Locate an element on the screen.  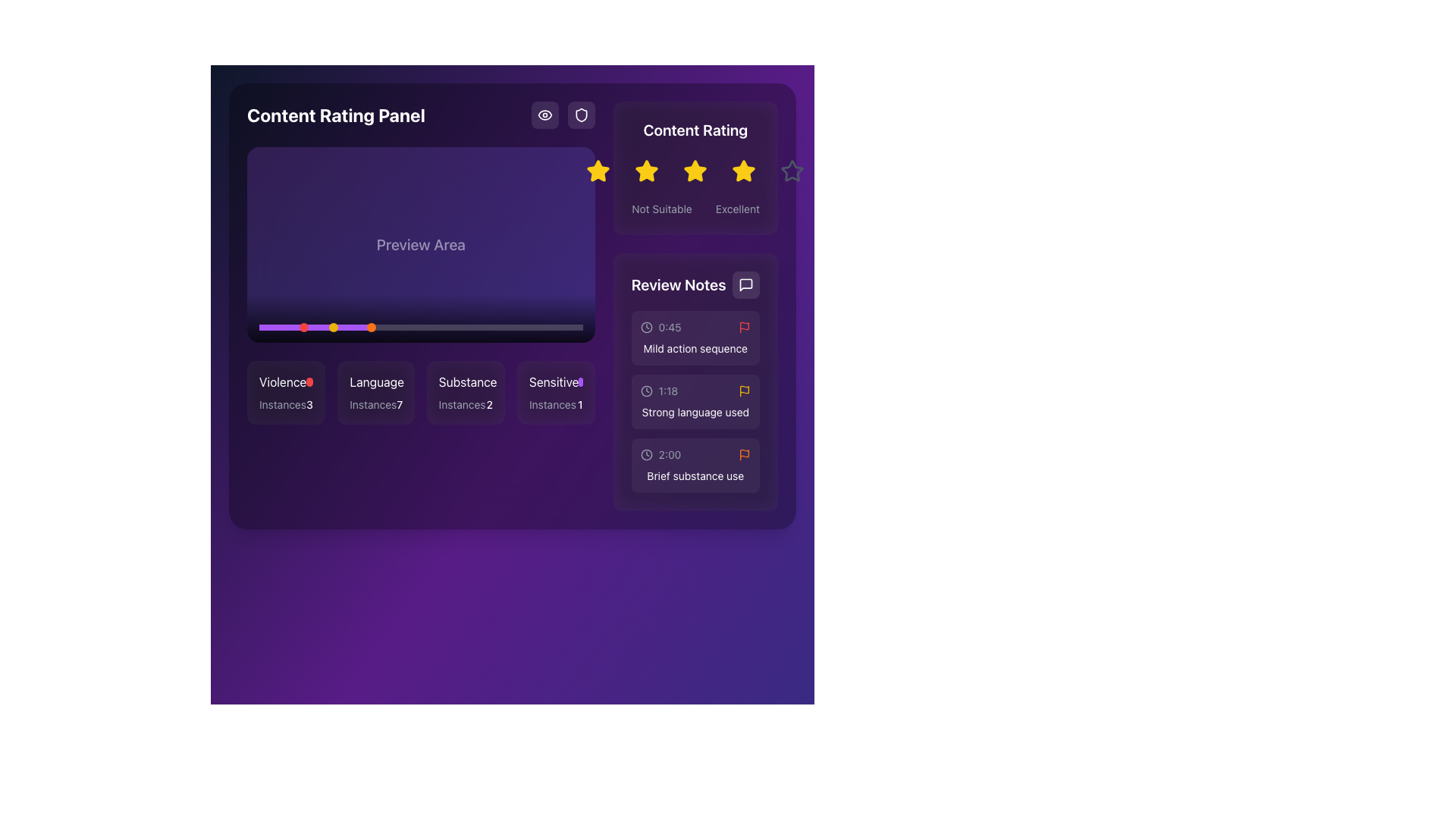
the text label that describes the associated numerical data '3', located beneath the label 'Violence' on the left side of the content area is located at coordinates (283, 403).